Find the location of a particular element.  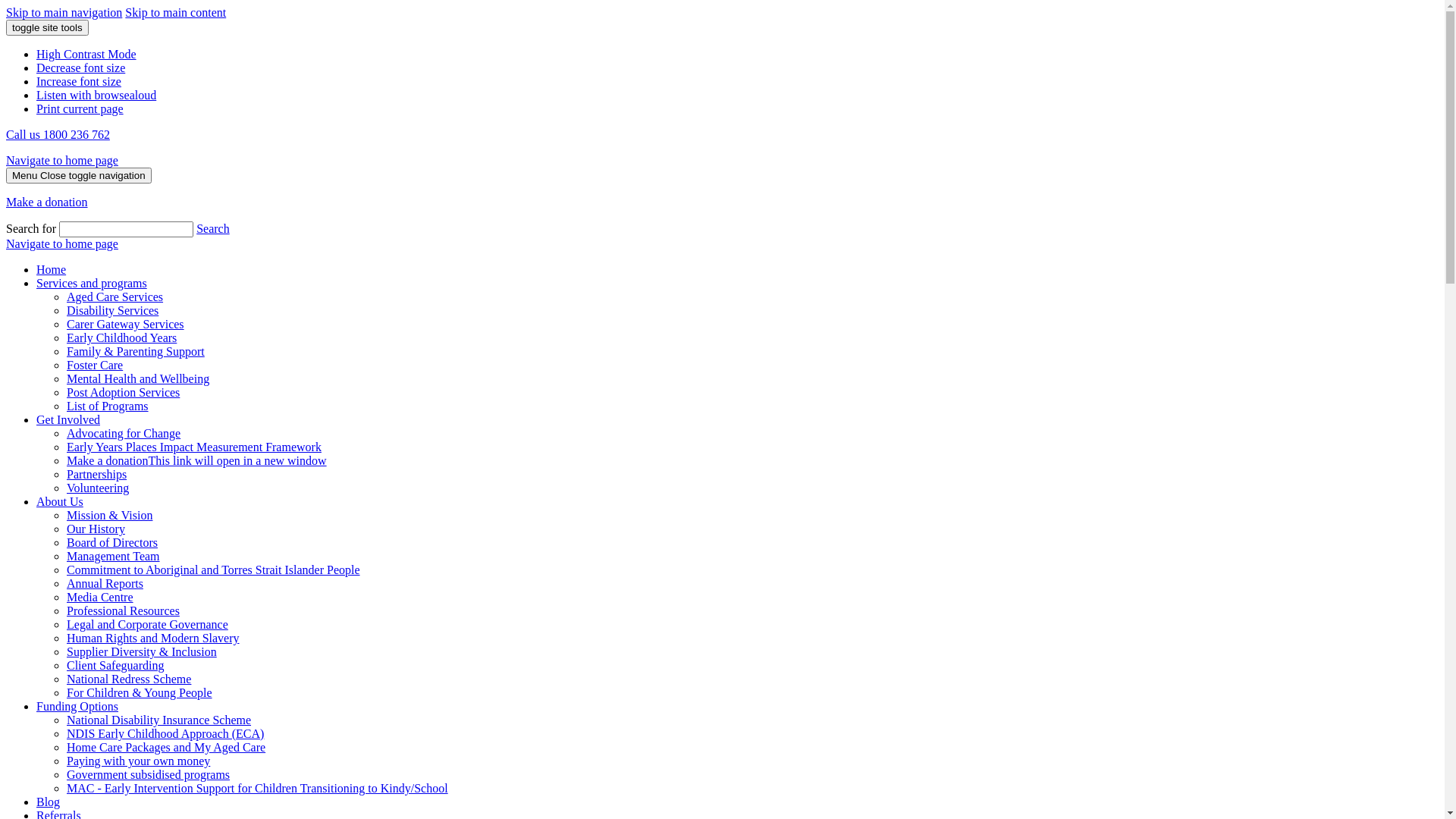

'Professional Resources' is located at coordinates (123, 610).